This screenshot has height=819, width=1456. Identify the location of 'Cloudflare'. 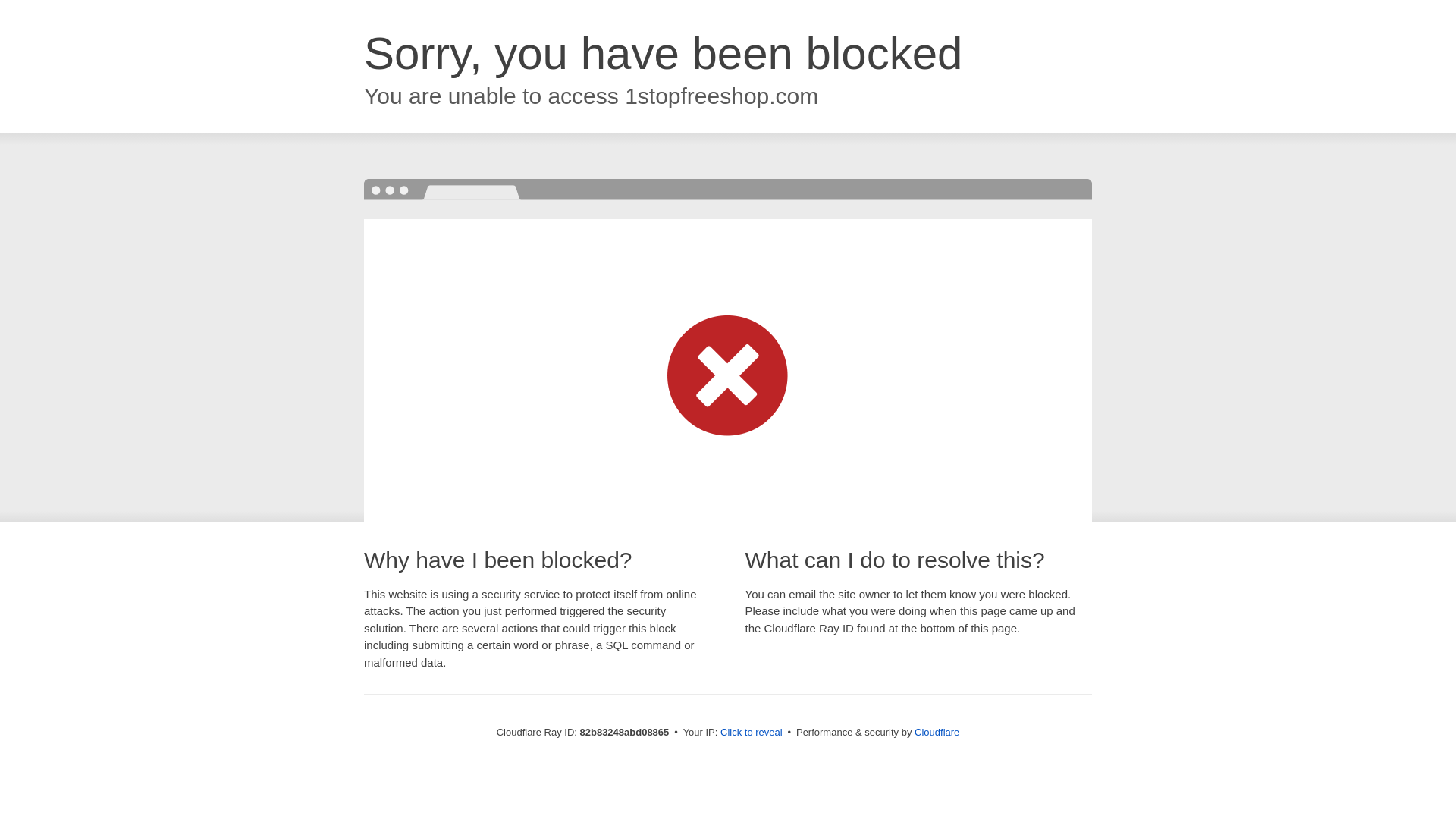
(936, 731).